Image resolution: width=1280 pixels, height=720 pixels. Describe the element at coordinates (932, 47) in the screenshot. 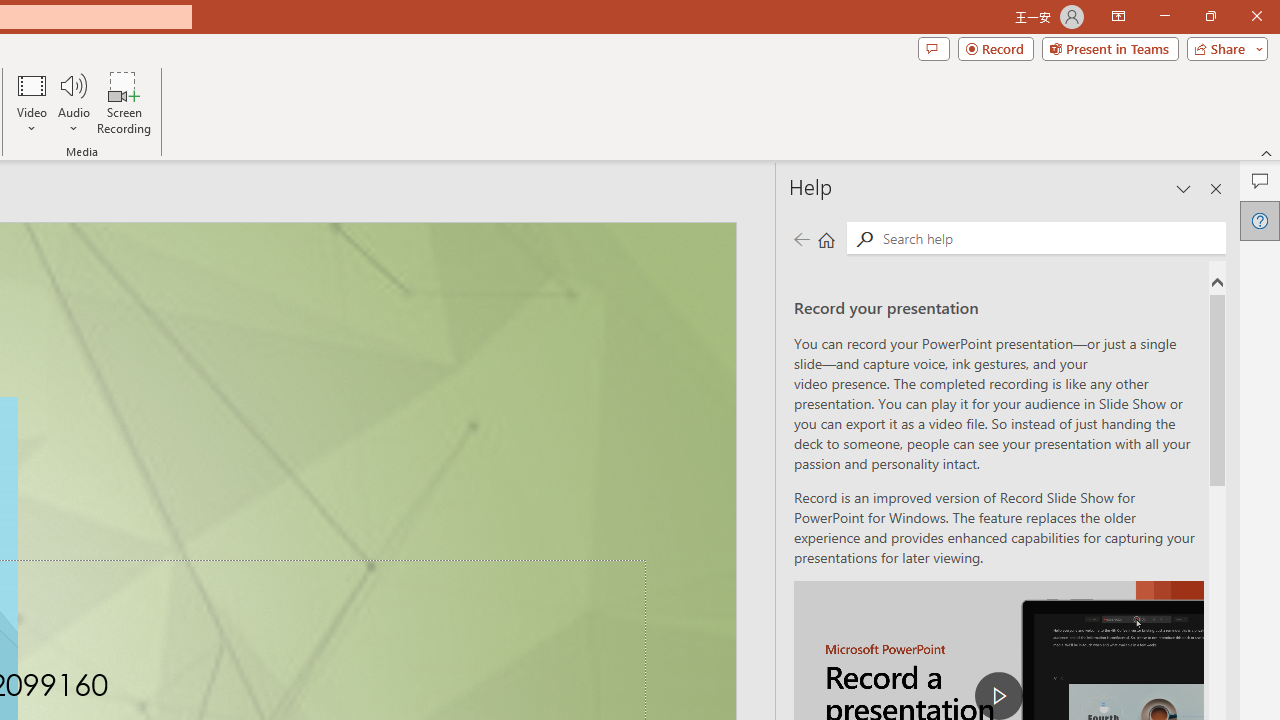

I see `'Comments'` at that location.